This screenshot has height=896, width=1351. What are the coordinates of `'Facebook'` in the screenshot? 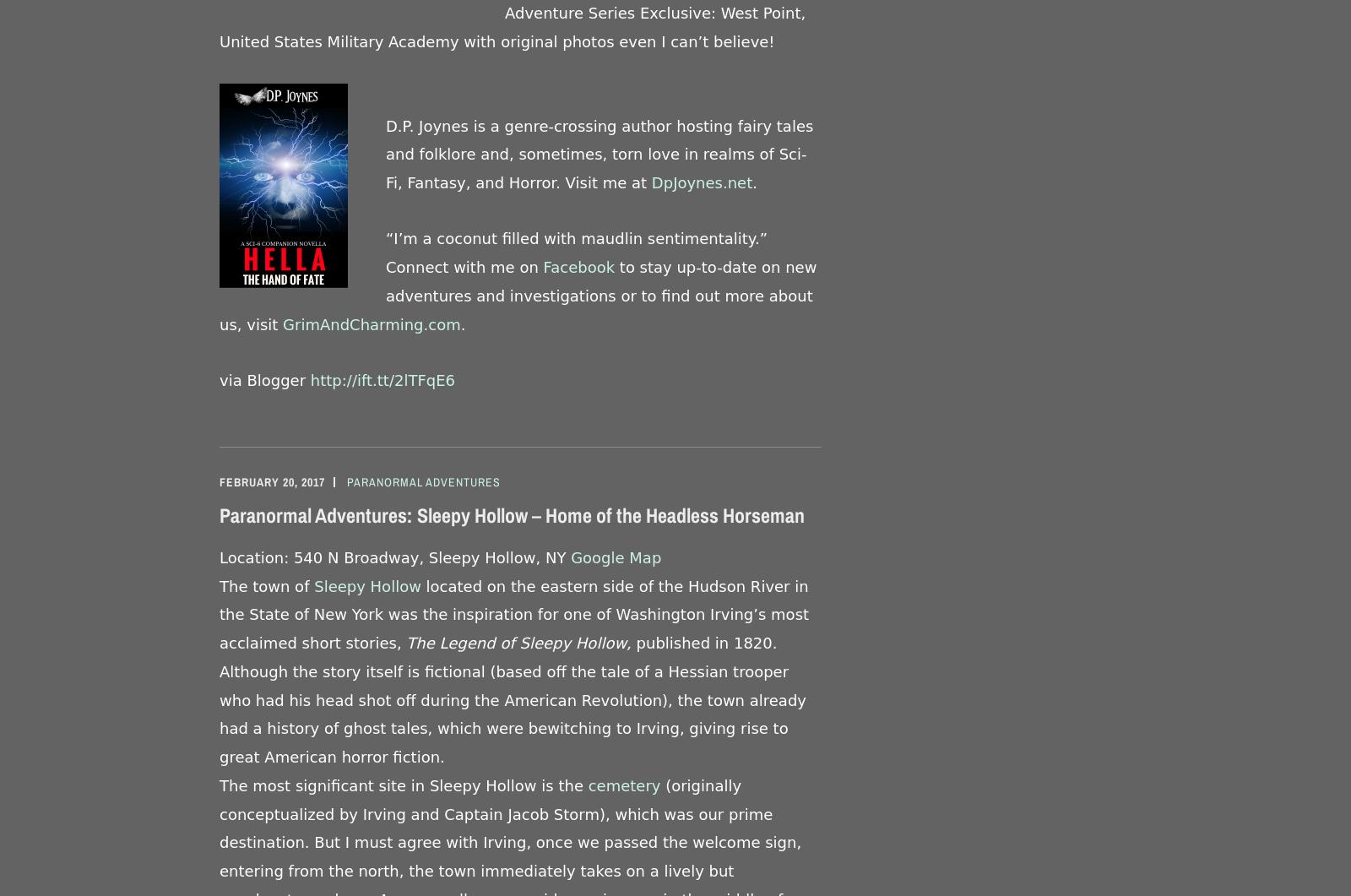 It's located at (543, 266).